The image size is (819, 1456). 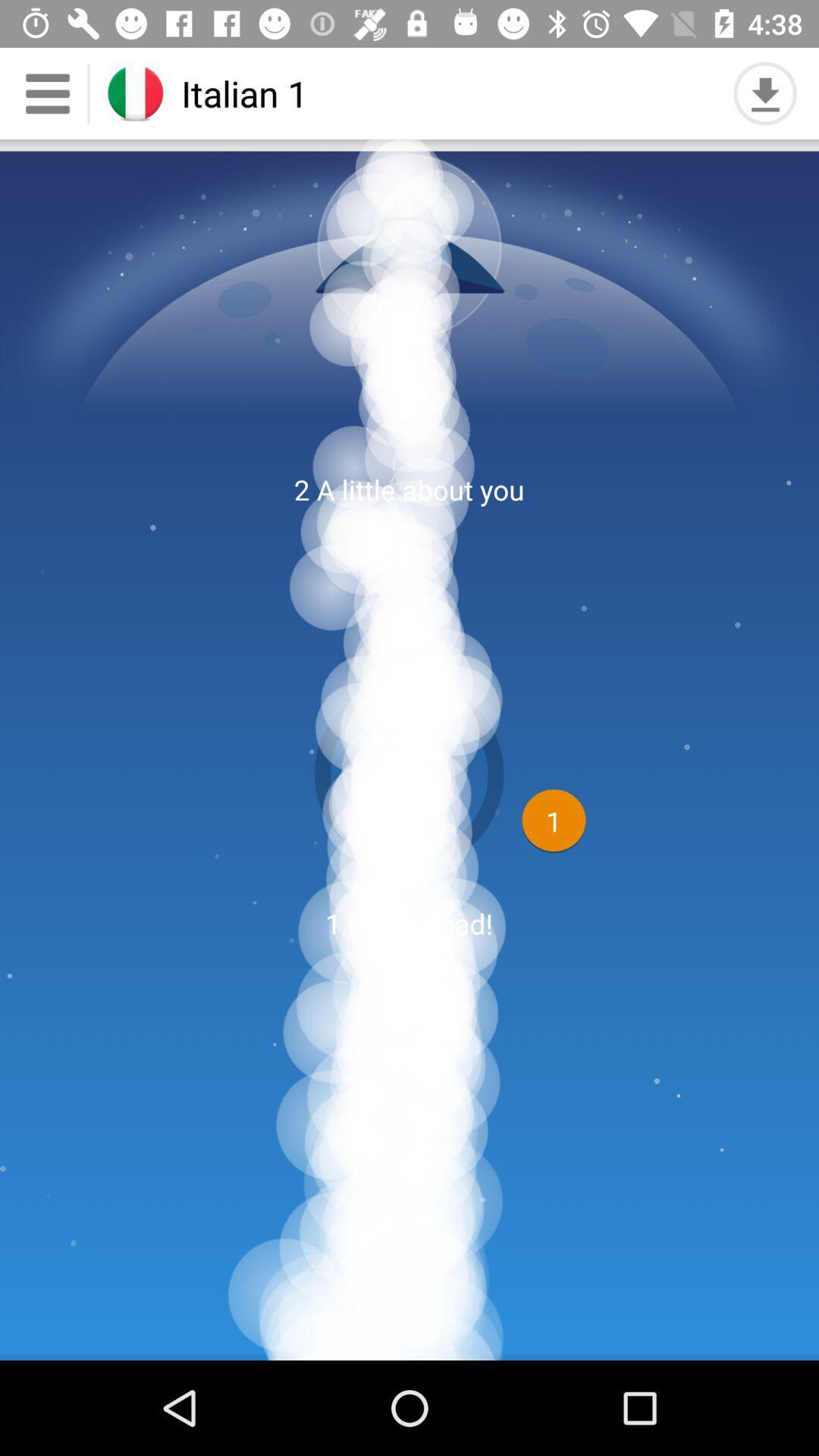 I want to click on the menu icon, so click(x=42, y=93).